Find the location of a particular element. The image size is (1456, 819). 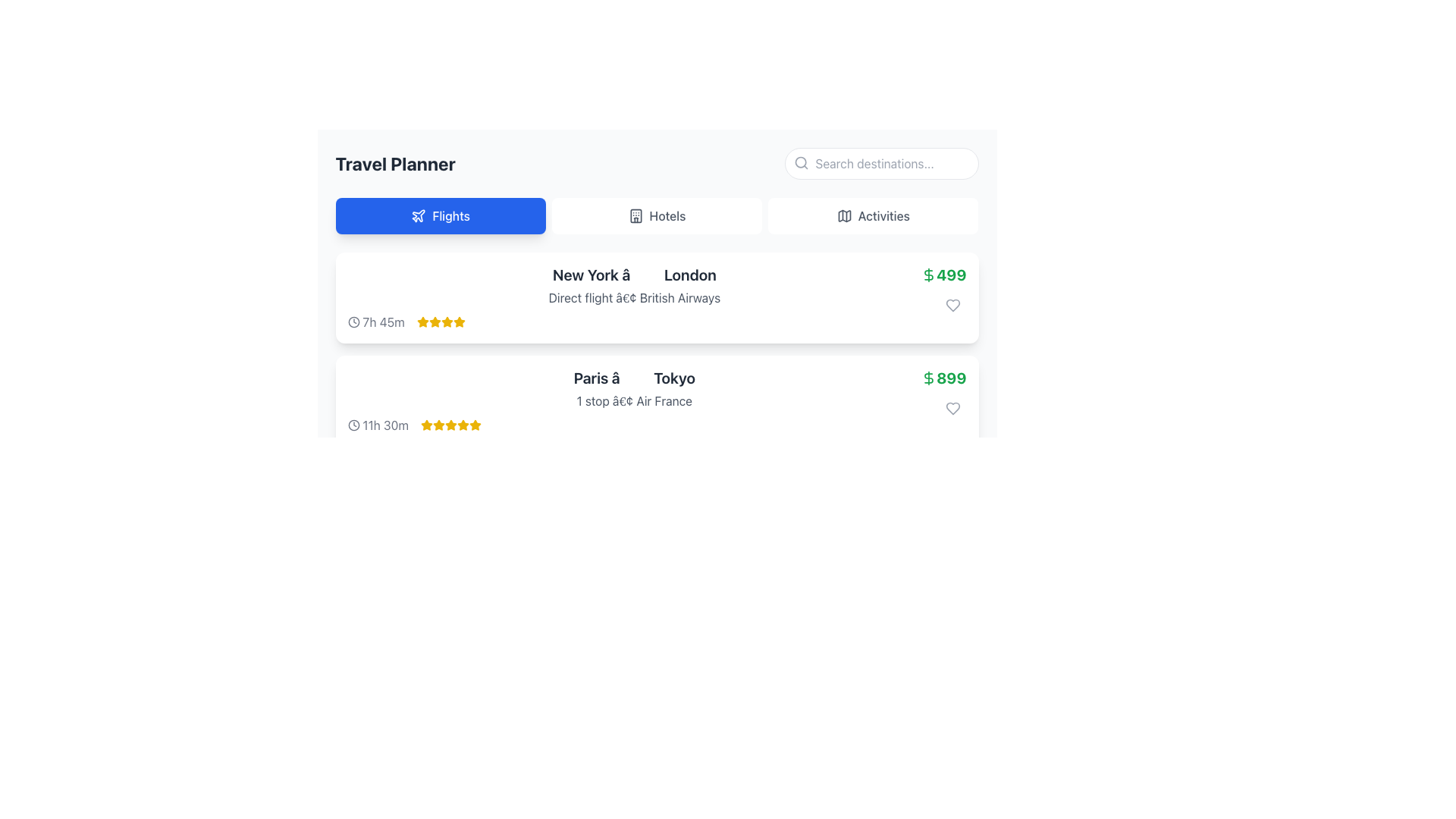

the rating stars element located in the first list item under the flight section titled 'New York to London', next to the '7h 45m' text is located at coordinates (440, 321).